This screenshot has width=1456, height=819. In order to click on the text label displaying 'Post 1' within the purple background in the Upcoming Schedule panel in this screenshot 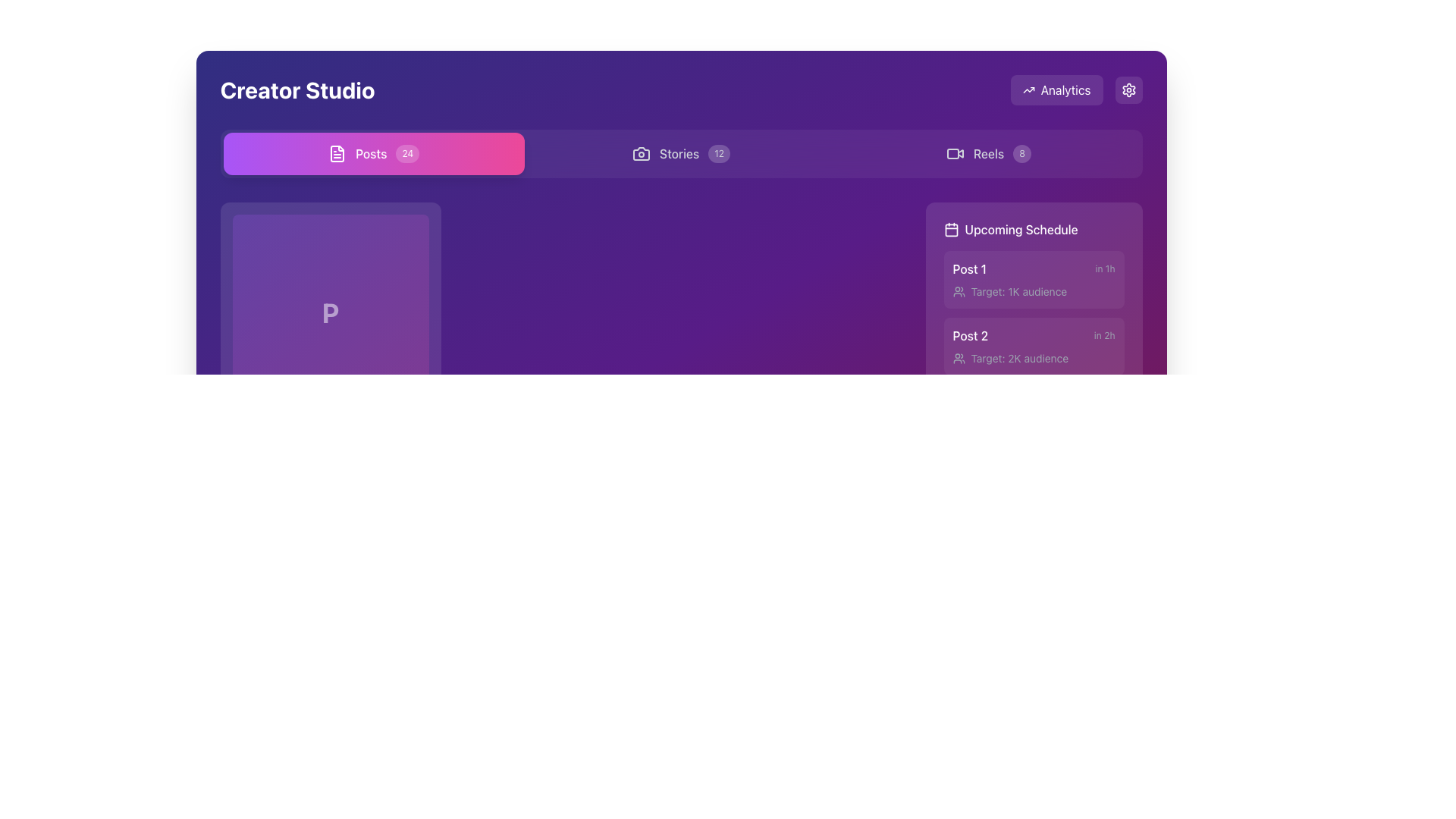, I will do `click(968, 268)`.